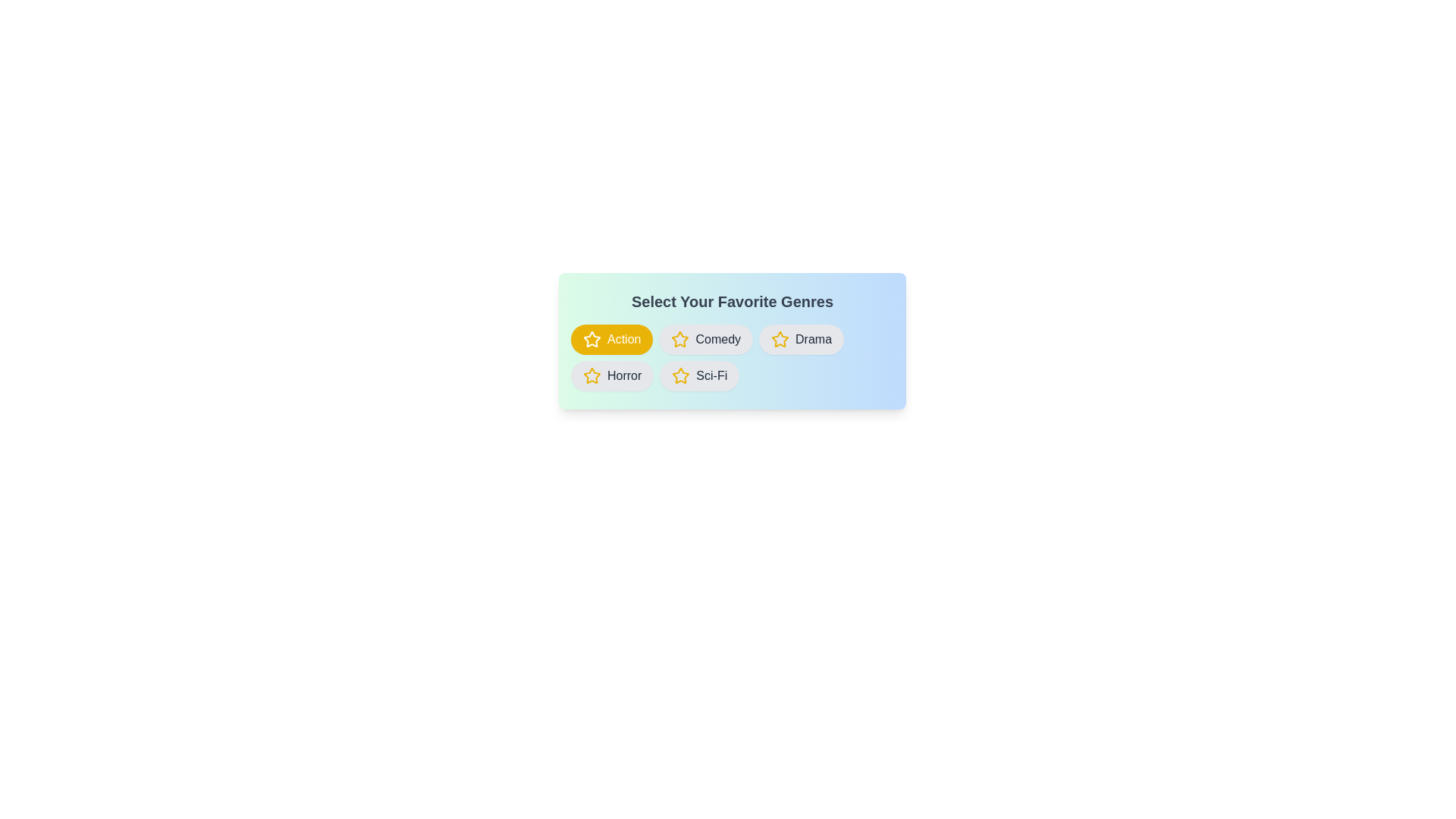 The width and height of the screenshot is (1456, 819). I want to click on the category Comedy to observe the hover effect, so click(705, 338).